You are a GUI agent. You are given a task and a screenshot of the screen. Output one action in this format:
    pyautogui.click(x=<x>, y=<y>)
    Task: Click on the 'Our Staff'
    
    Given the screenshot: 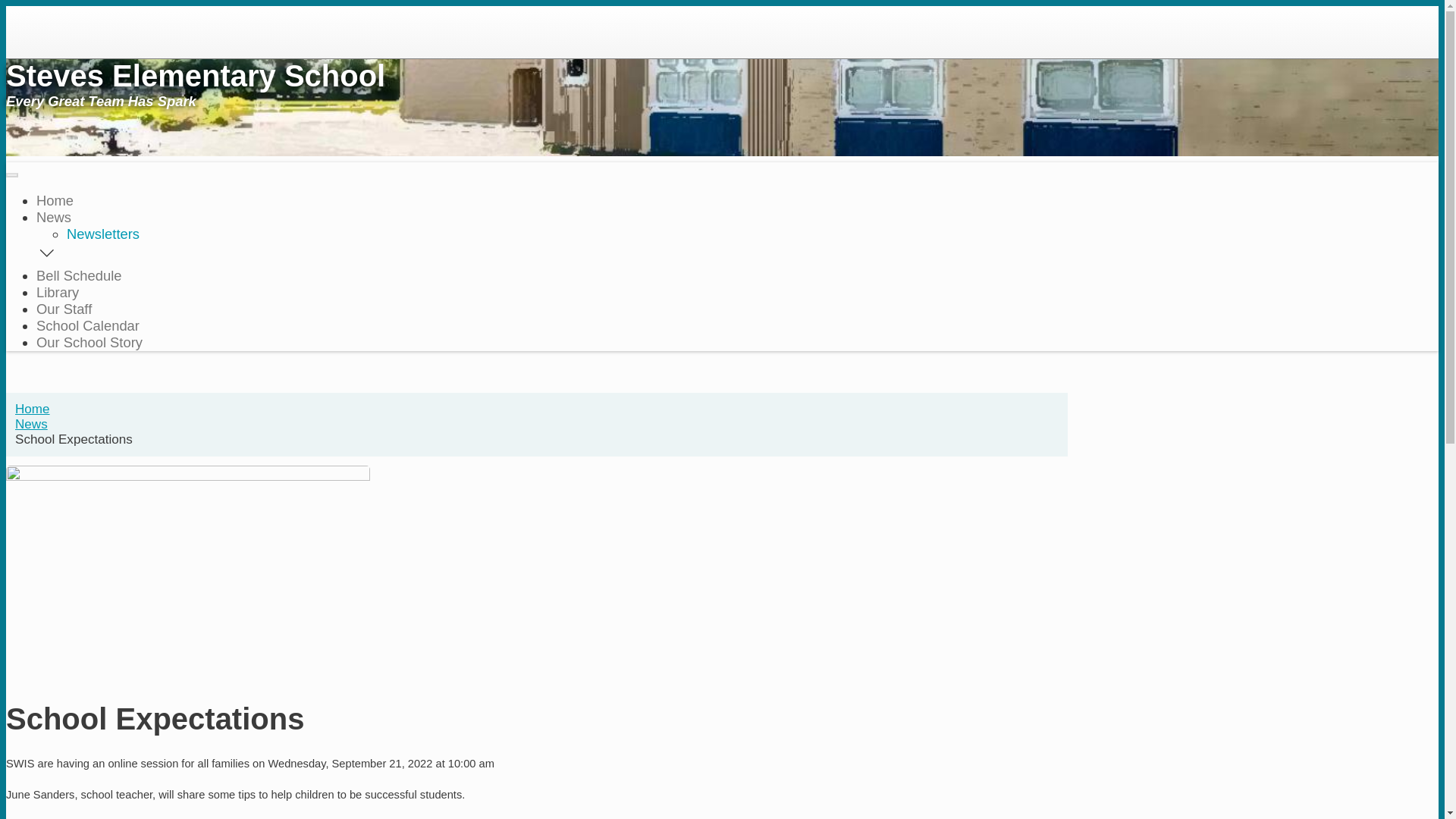 What is the action you would take?
    pyautogui.click(x=63, y=308)
    